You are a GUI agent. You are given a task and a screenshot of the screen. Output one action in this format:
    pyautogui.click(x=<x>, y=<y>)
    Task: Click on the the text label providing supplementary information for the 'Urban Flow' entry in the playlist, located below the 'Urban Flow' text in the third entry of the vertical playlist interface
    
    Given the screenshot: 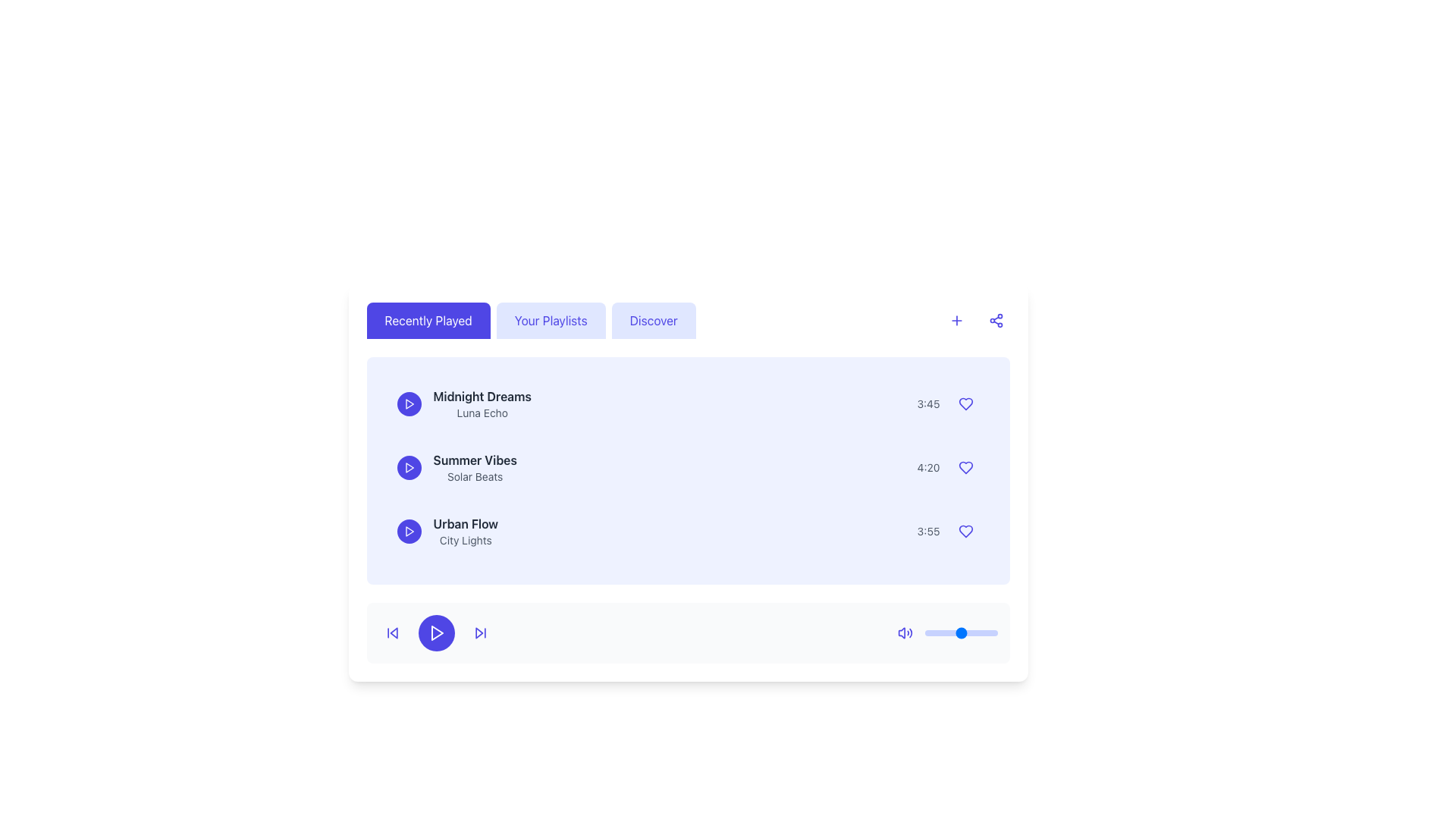 What is the action you would take?
    pyautogui.click(x=465, y=540)
    